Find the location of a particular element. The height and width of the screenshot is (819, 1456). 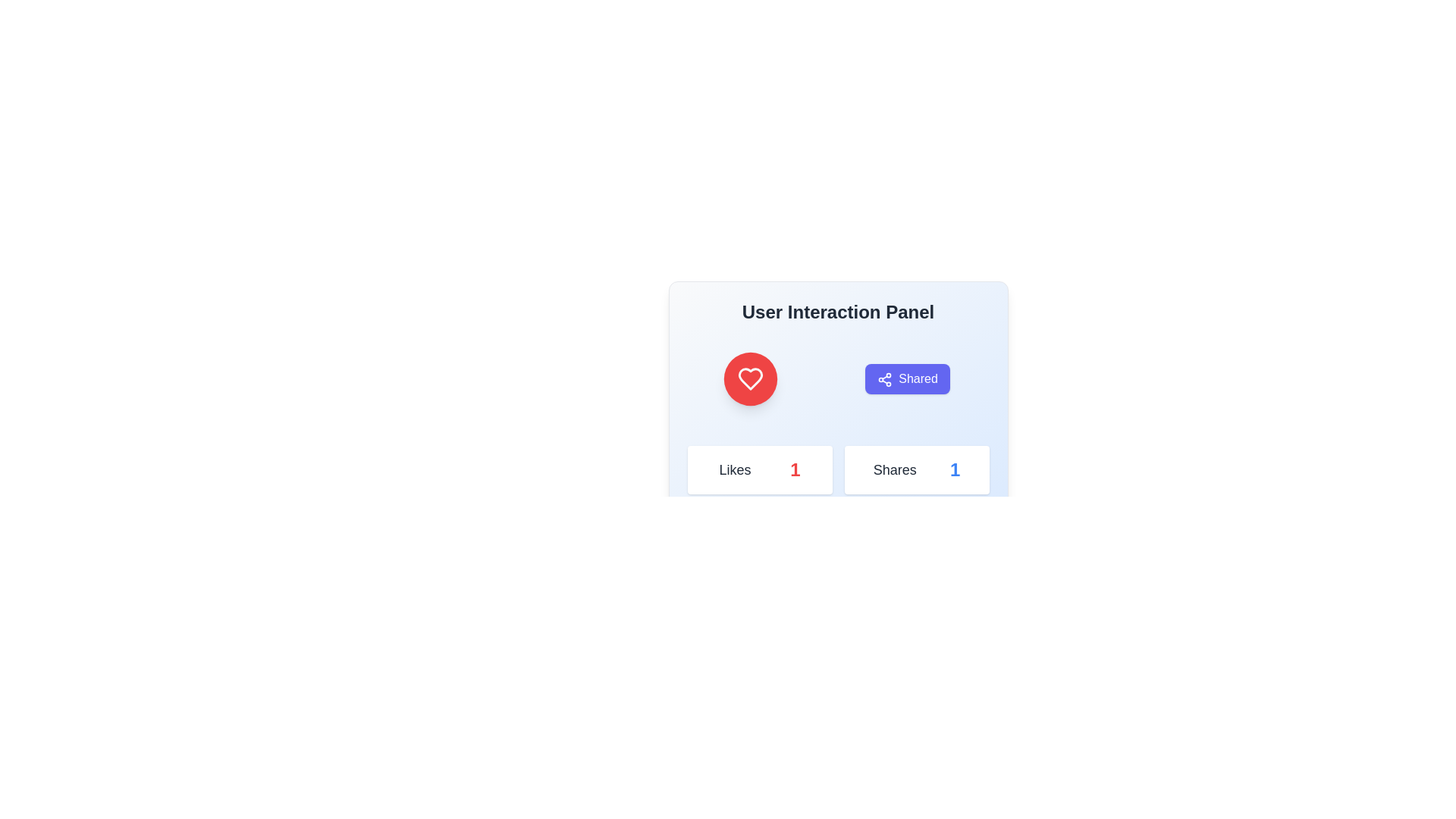

the text display element that indicates the number of likes, which is part of the 'Likes' panel in the user interaction interface is located at coordinates (794, 469).